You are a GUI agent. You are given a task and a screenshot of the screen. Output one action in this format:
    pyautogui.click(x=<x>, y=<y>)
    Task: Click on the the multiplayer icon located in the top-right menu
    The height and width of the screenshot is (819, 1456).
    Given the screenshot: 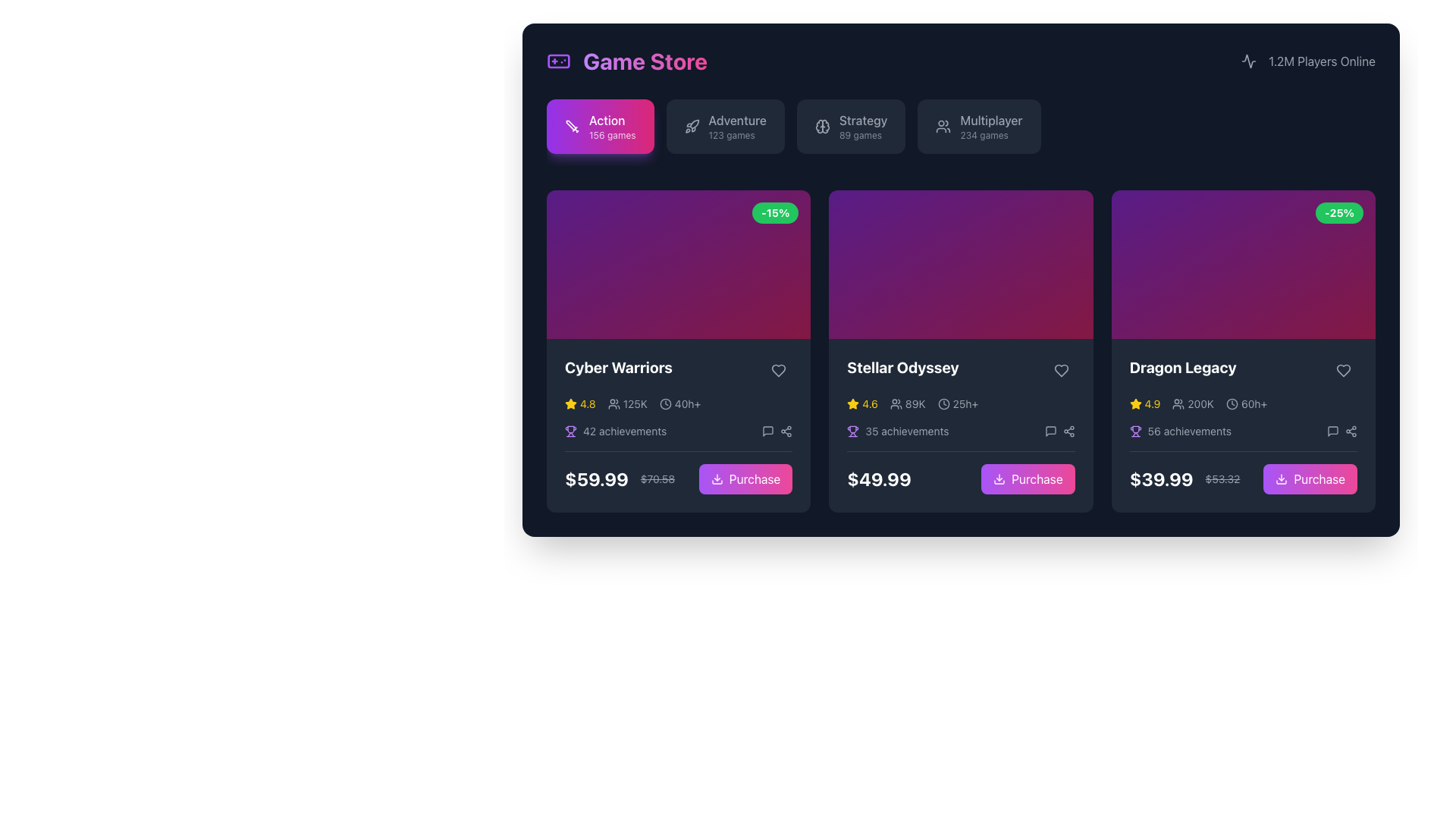 What is the action you would take?
    pyautogui.click(x=943, y=125)
    